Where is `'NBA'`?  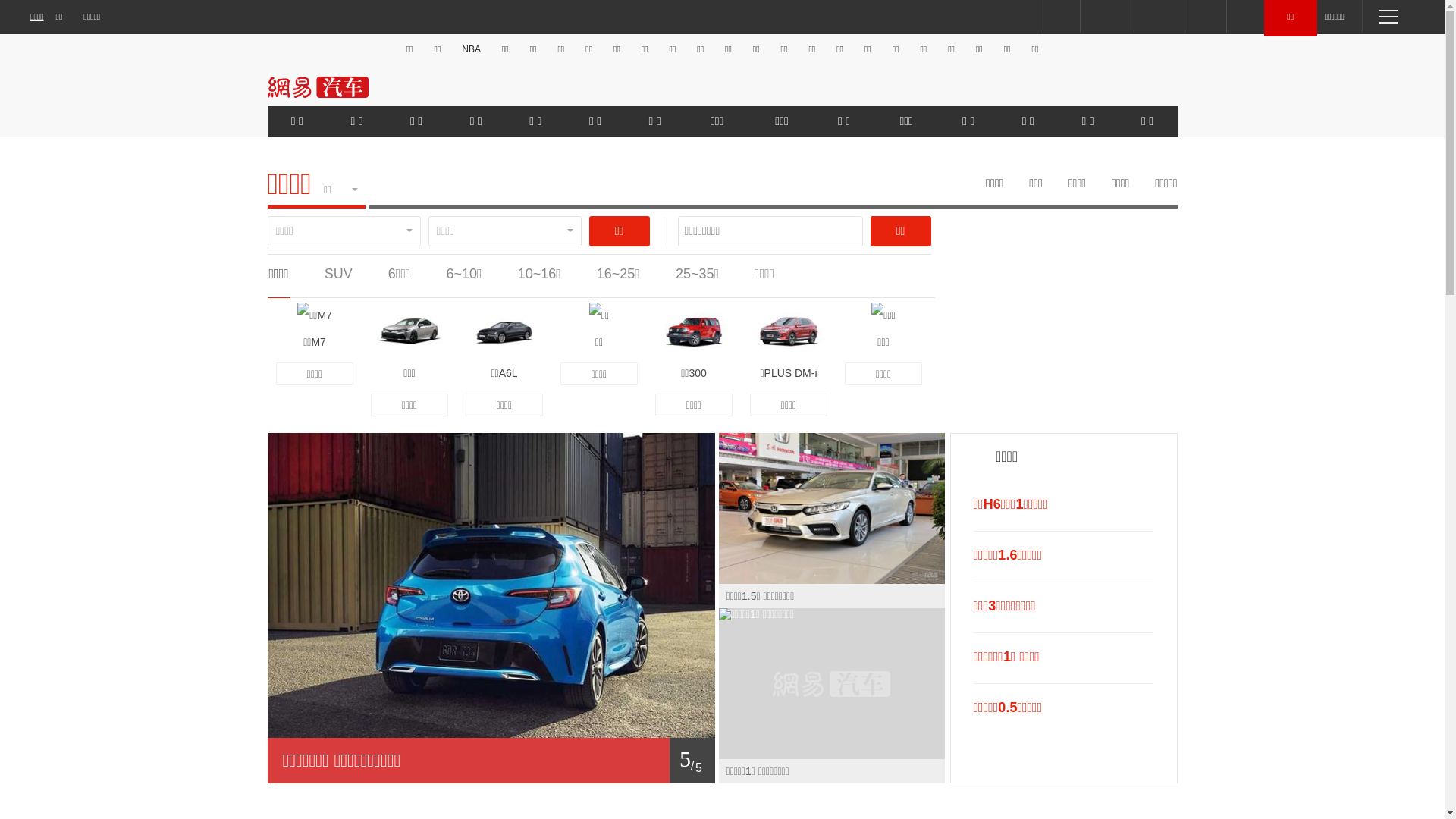 'NBA' is located at coordinates (470, 49).